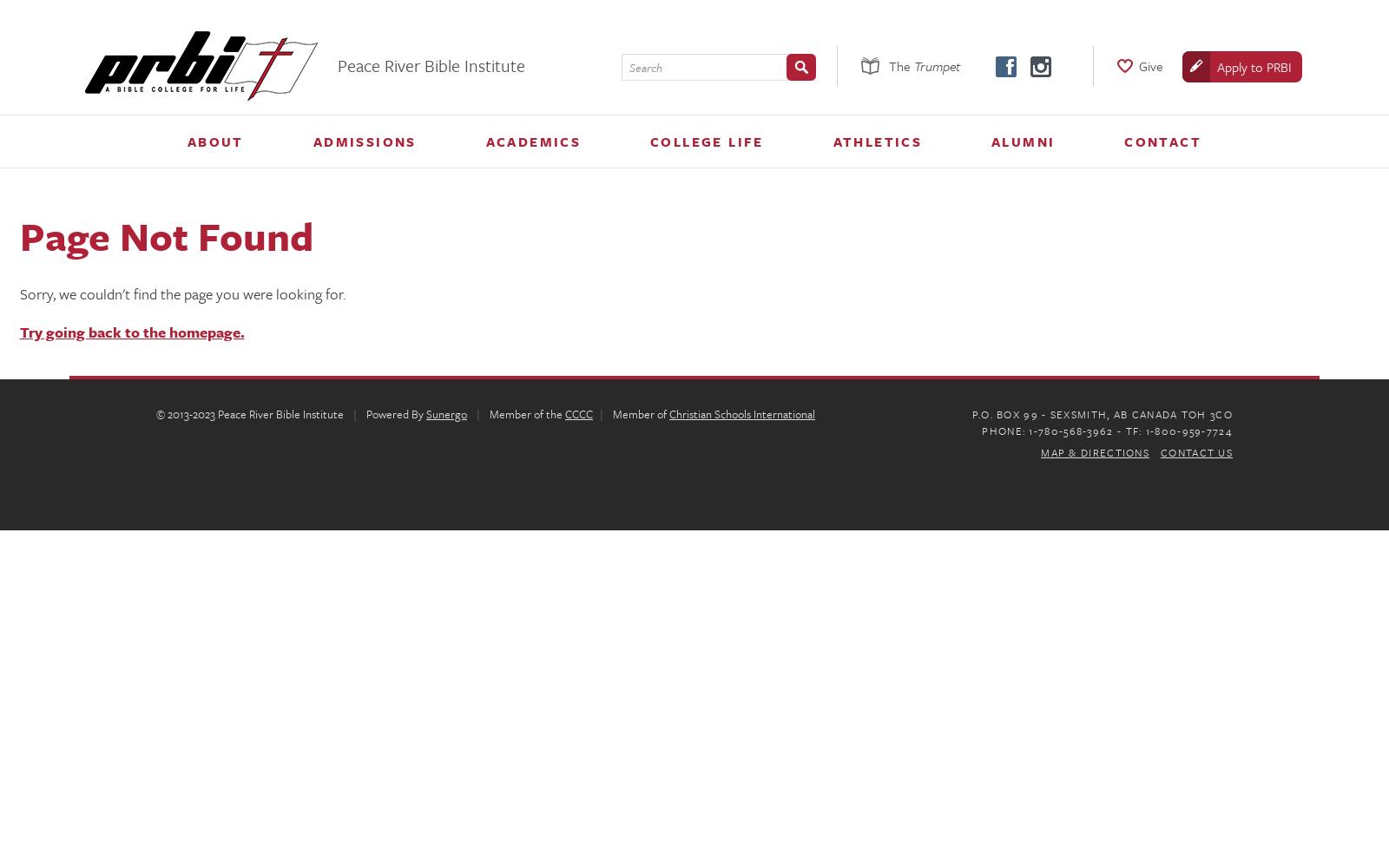 This screenshot has width=1389, height=868. What do you see at coordinates (832, 141) in the screenshot?
I see `'Athletics'` at bounding box center [832, 141].